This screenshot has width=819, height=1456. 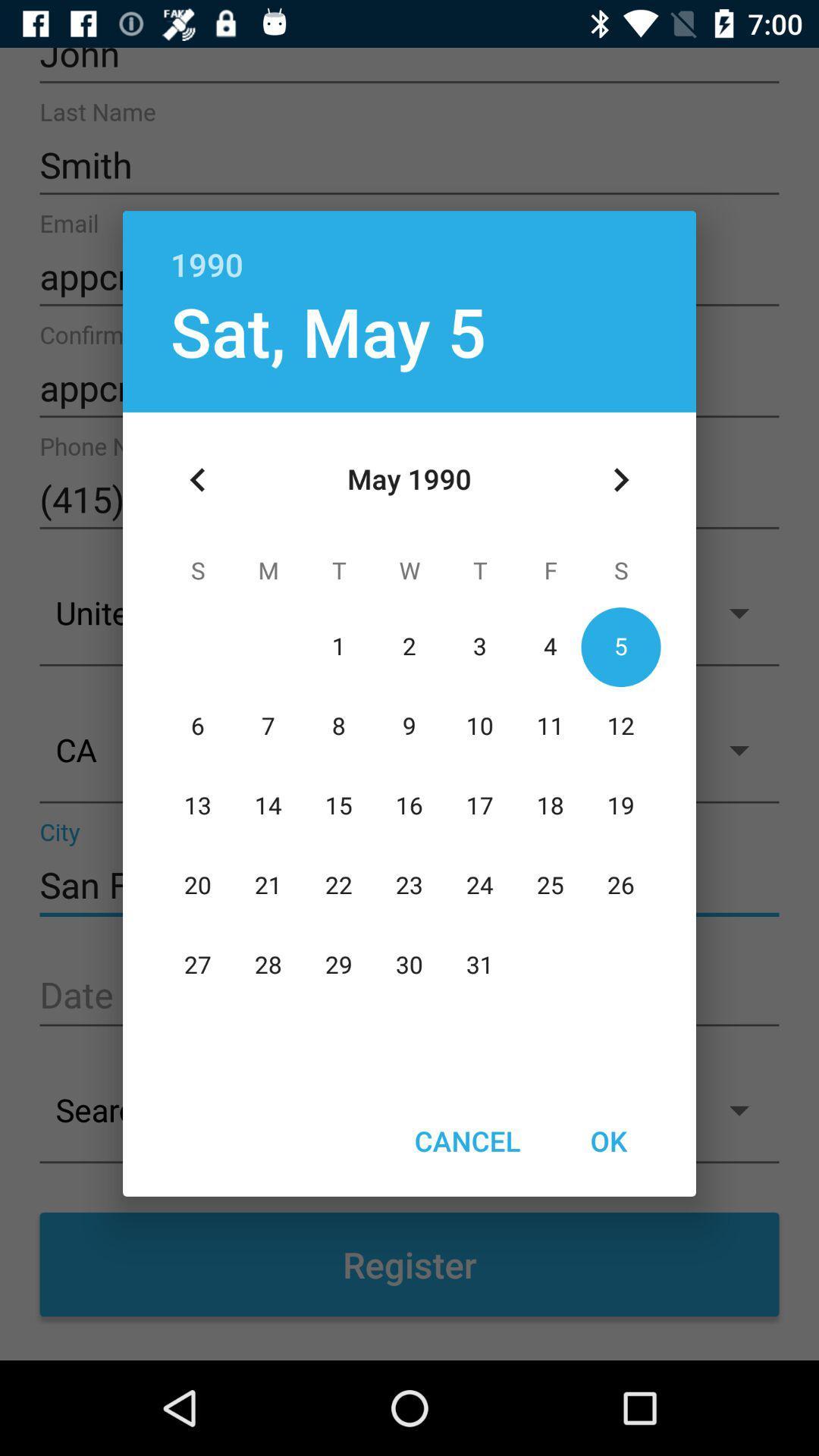 What do you see at coordinates (409, 248) in the screenshot?
I see `the 1990` at bounding box center [409, 248].